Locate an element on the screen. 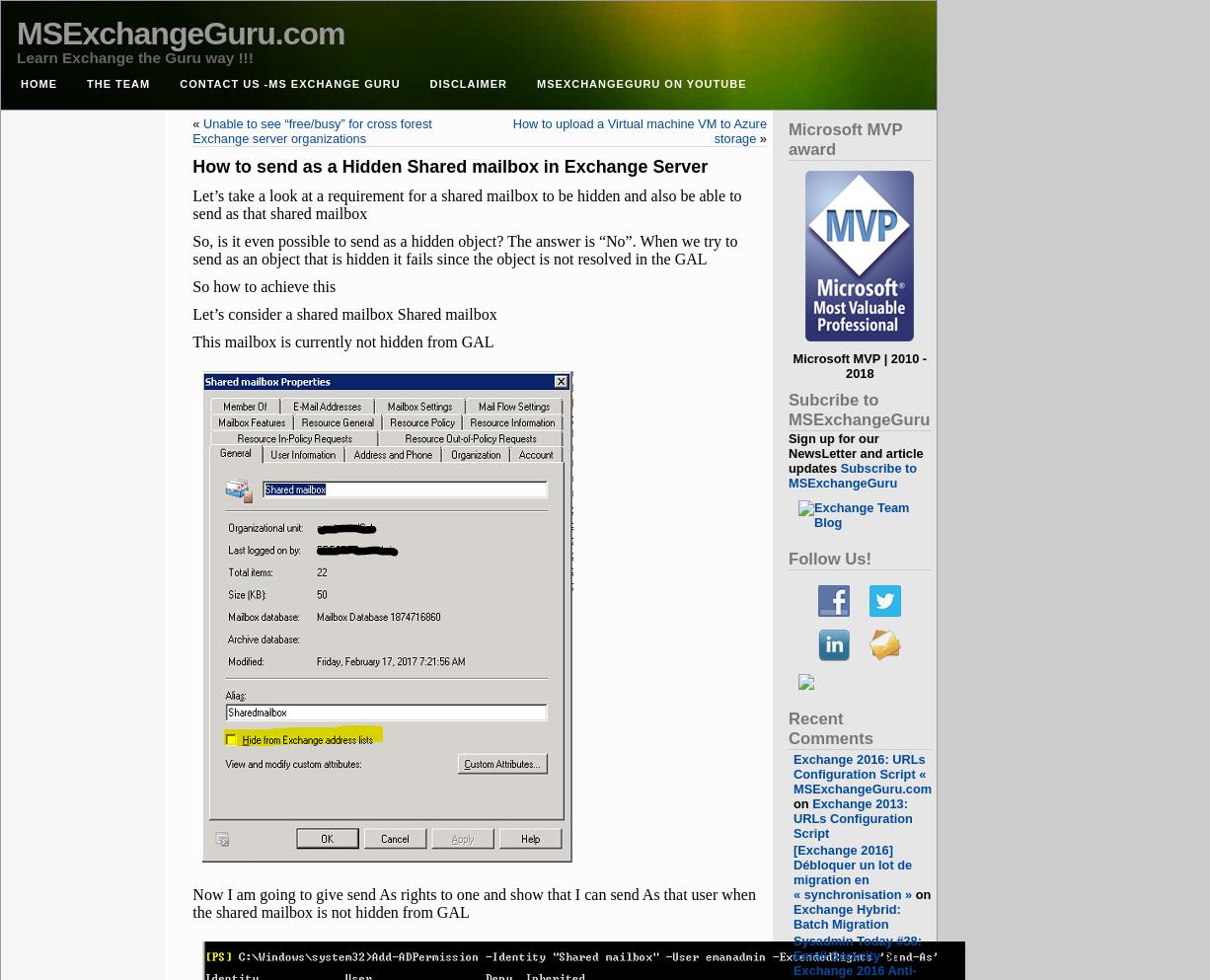  'Now I am going to give send As rights to one and show that I can send As that user when the shared mailbox is not hidden from GAL' is located at coordinates (473, 903).